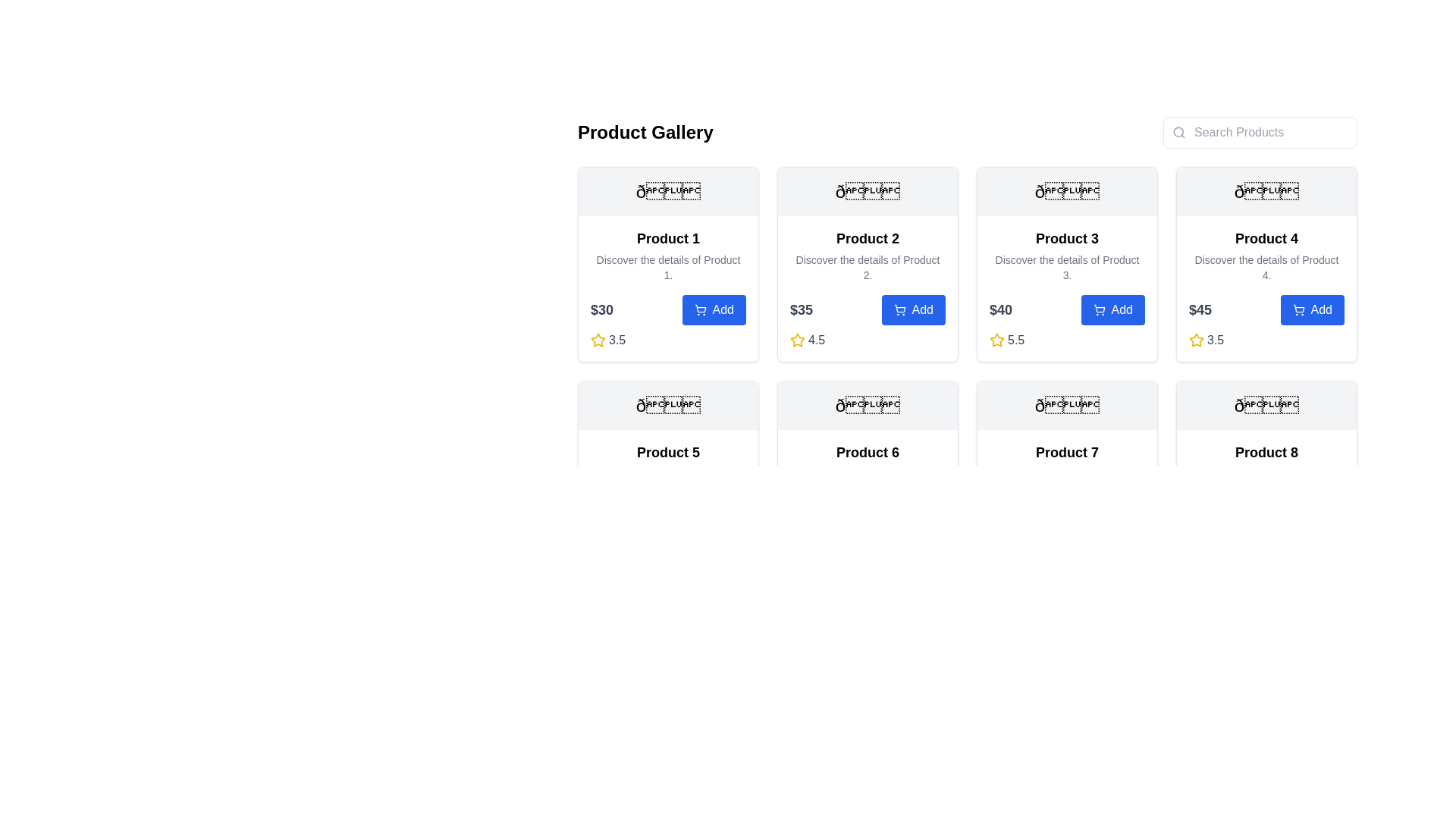 The height and width of the screenshot is (819, 1456). What do you see at coordinates (667, 405) in the screenshot?
I see `the star emoji icon located at the top of the card titled 'Product 5', which has a light gray background and is centered above the product name` at bounding box center [667, 405].